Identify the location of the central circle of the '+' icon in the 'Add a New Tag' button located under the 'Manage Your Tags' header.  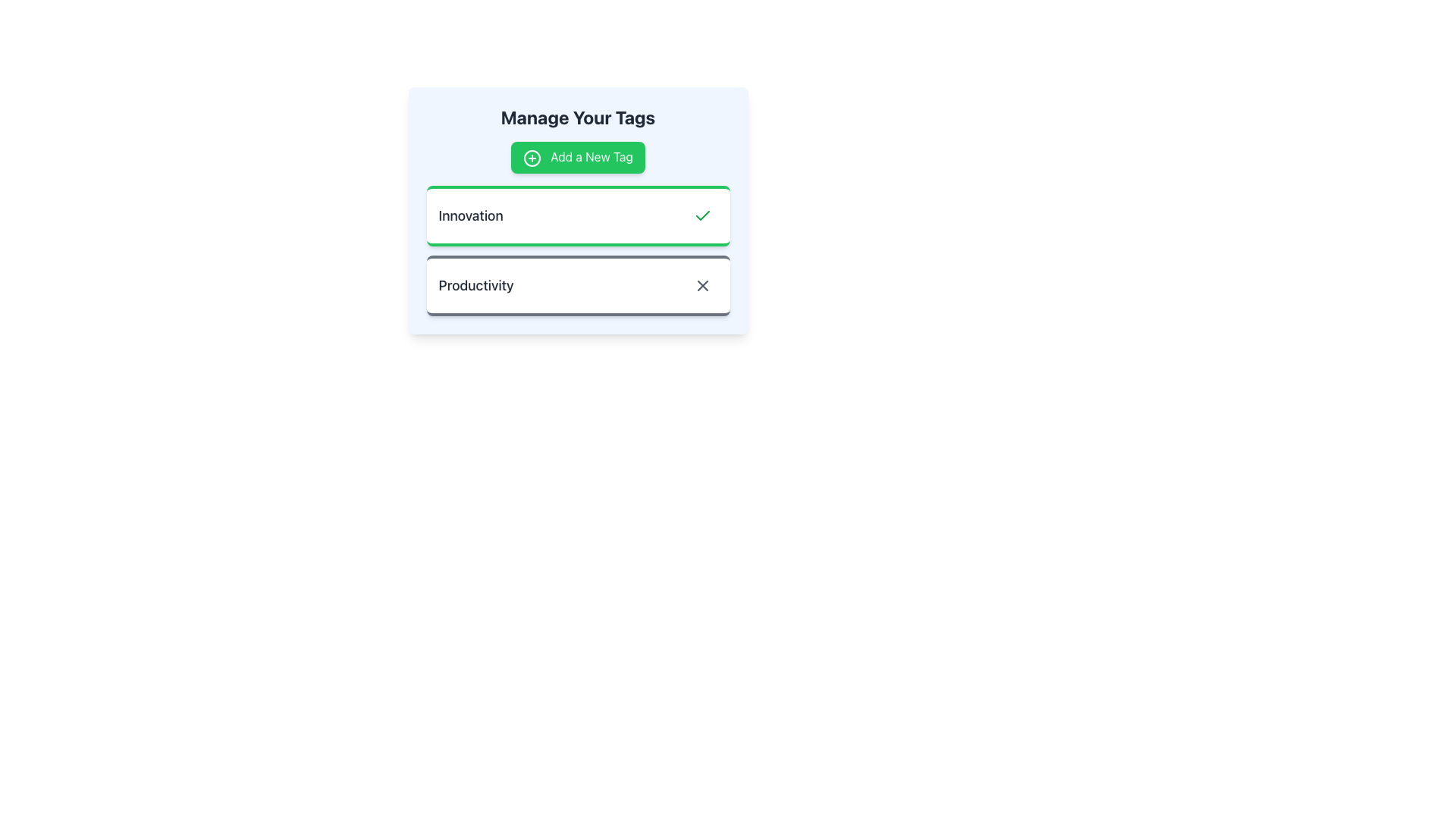
(532, 158).